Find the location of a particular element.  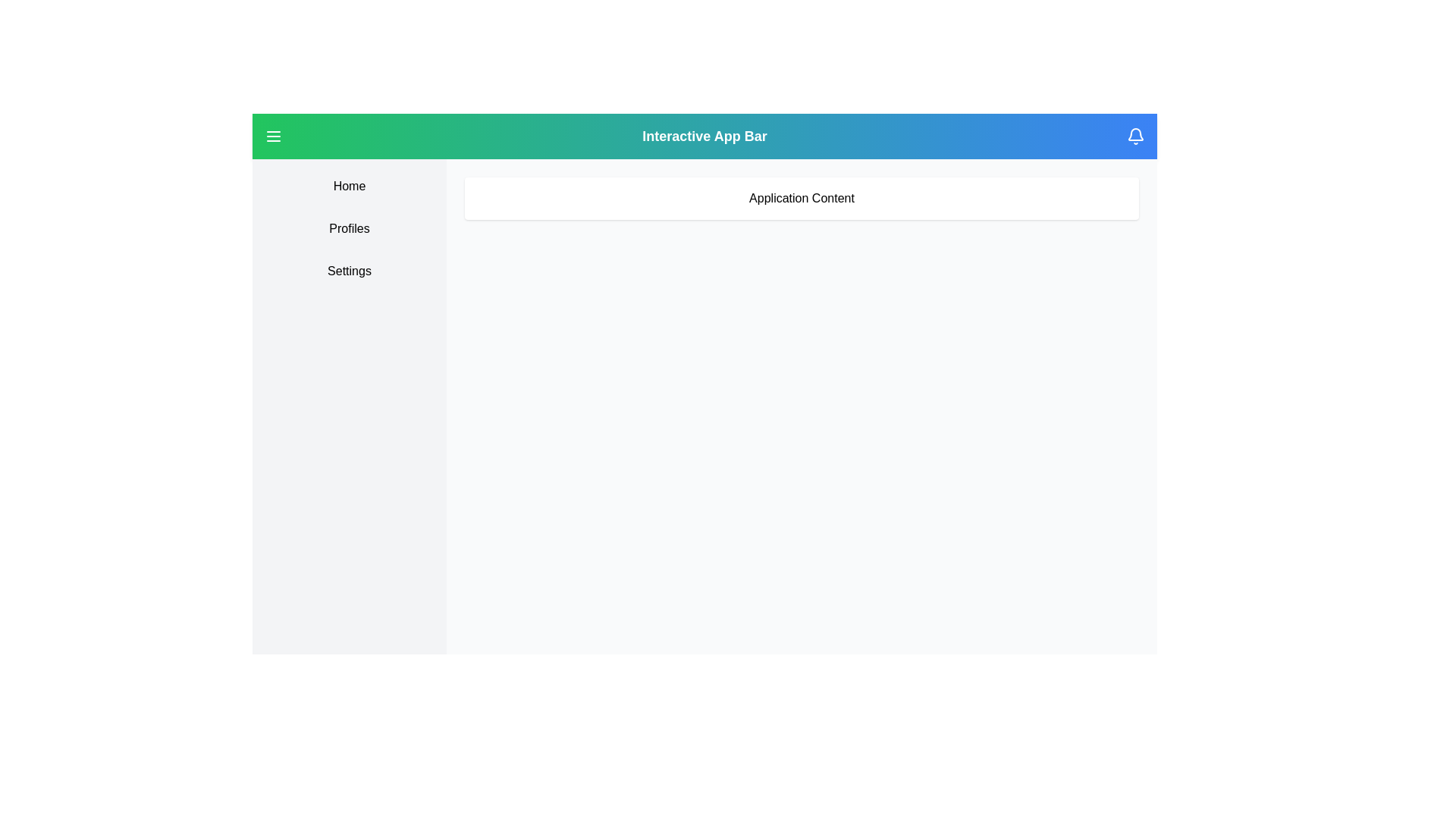

the notification icon located at the top-right corner of the app bar is located at coordinates (1135, 136).